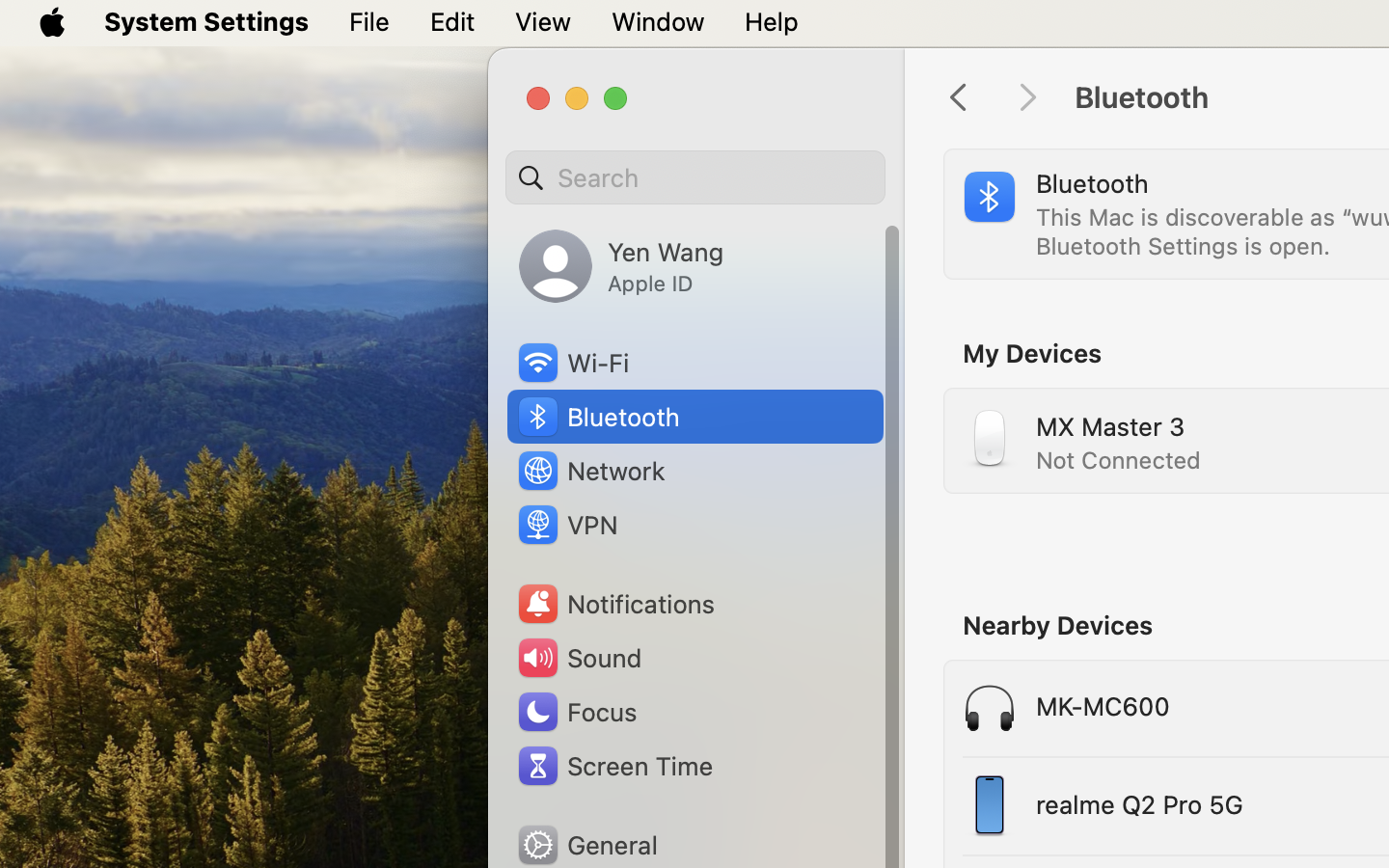  What do you see at coordinates (579, 657) in the screenshot?
I see `'Sound'` at bounding box center [579, 657].